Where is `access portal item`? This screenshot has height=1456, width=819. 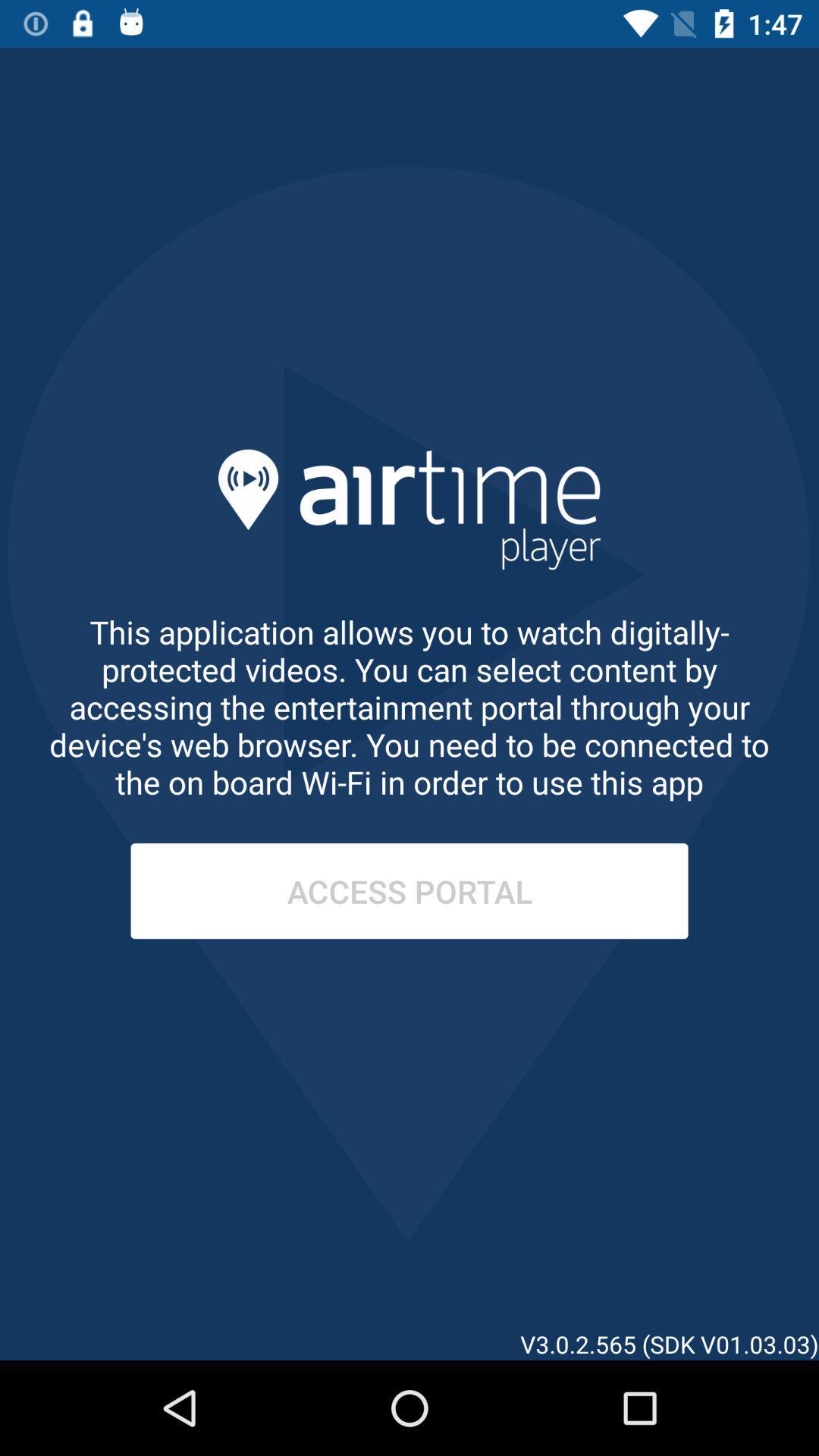
access portal item is located at coordinates (409, 891).